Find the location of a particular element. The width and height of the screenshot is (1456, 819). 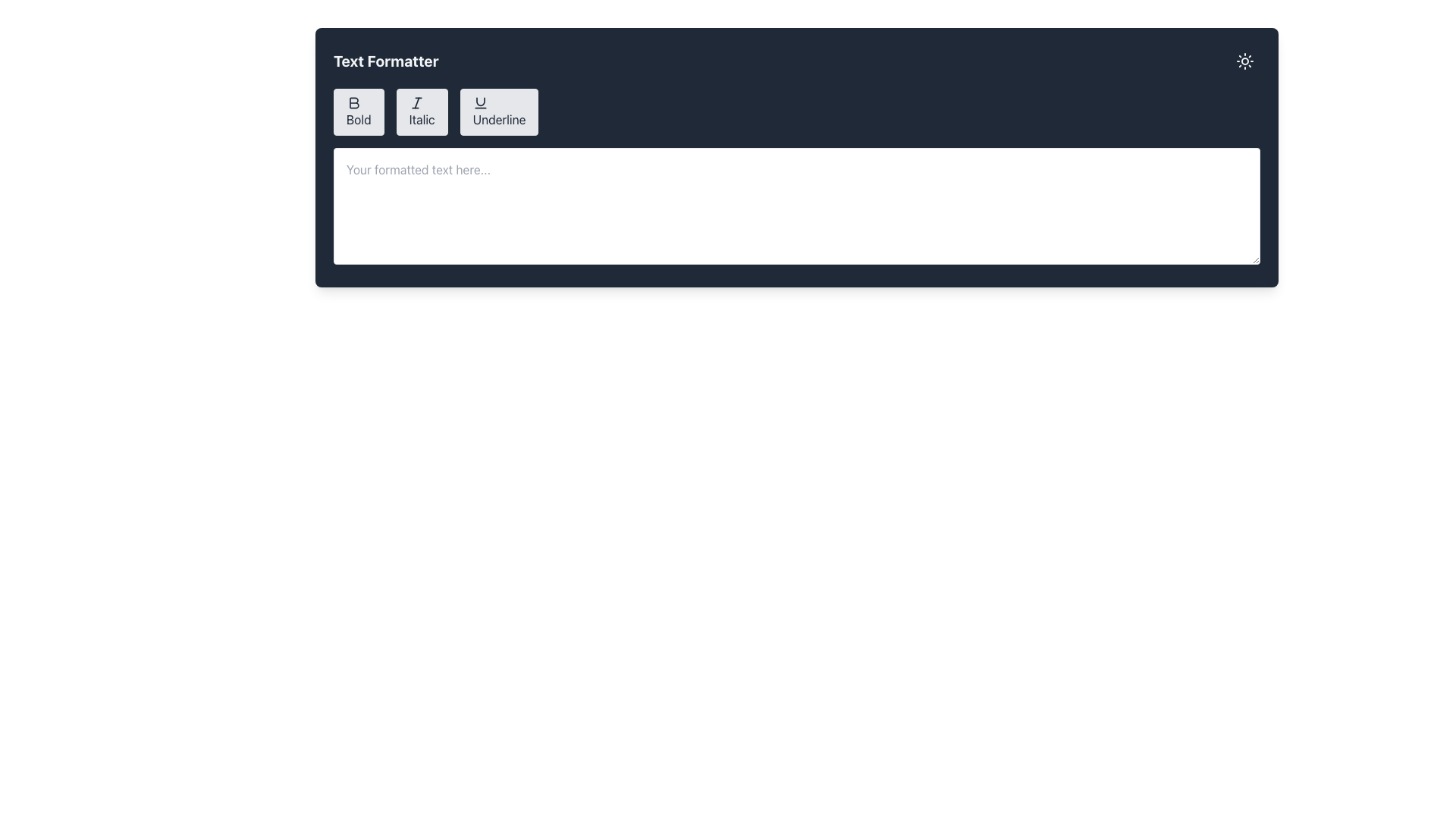

the stylized 'U' icon within the 'Underline' button in the 'Text Formatter' toolbar is located at coordinates (479, 102).